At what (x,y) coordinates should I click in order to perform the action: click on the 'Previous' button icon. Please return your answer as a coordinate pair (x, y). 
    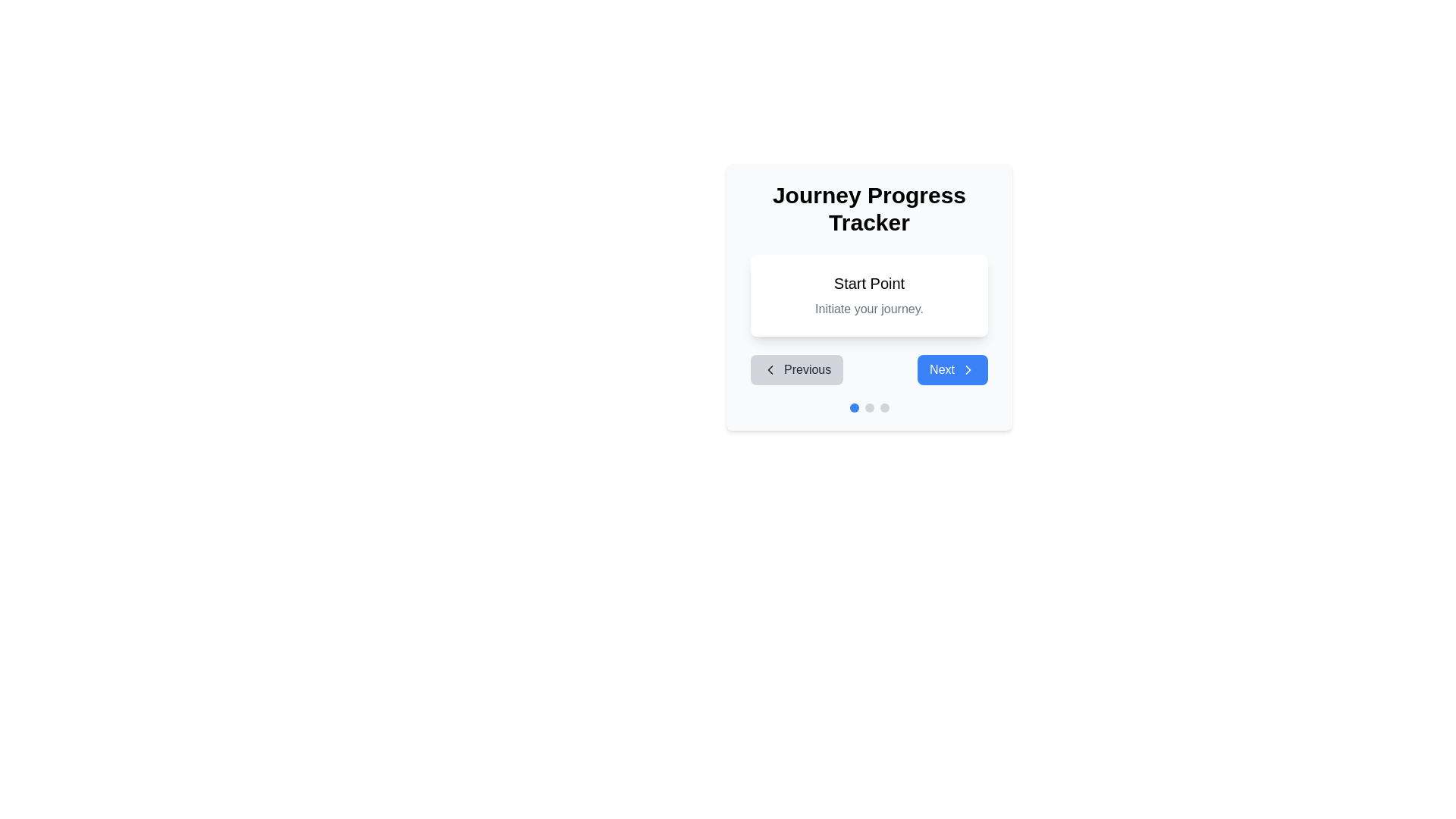
    Looking at the image, I should click on (770, 370).